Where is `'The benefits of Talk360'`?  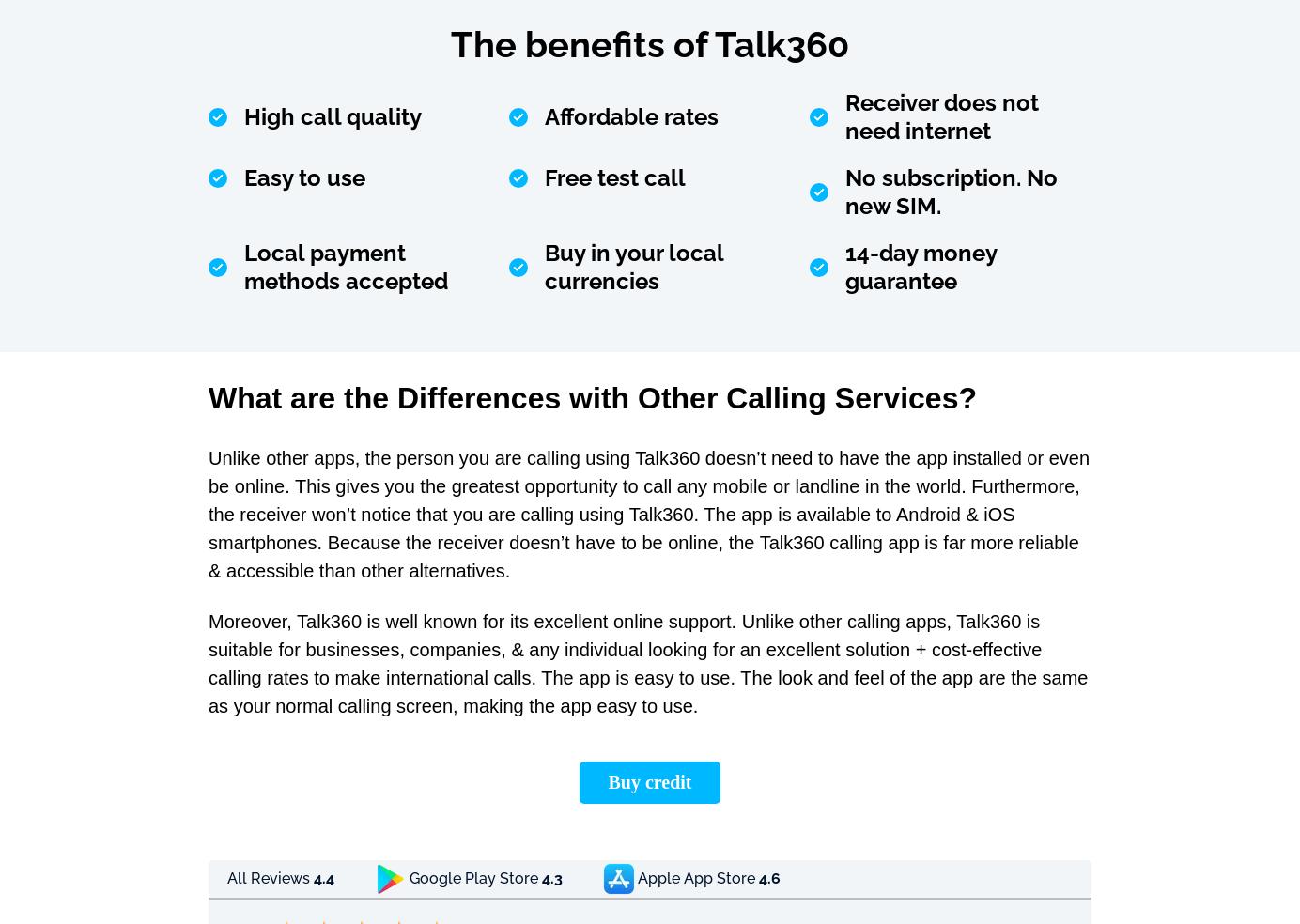 'The benefits of Talk360' is located at coordinates (650, 43).